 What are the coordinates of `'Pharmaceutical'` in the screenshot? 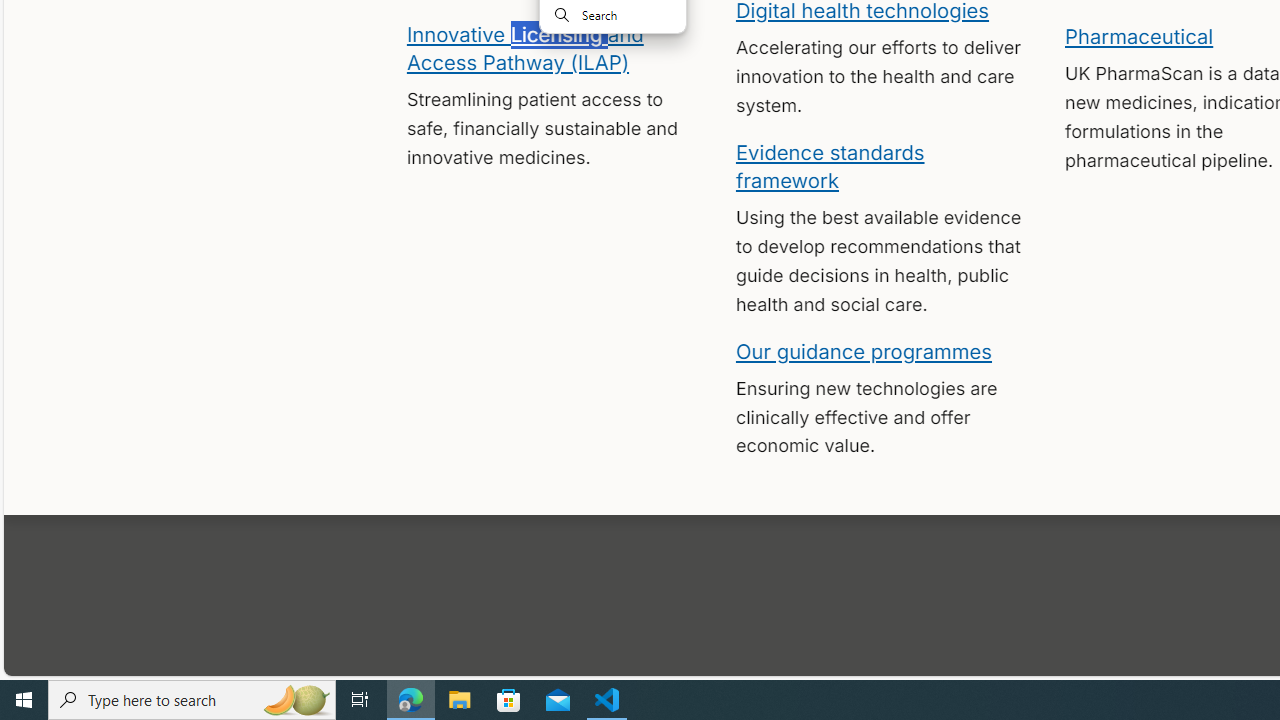 It's located at (1139, 36).